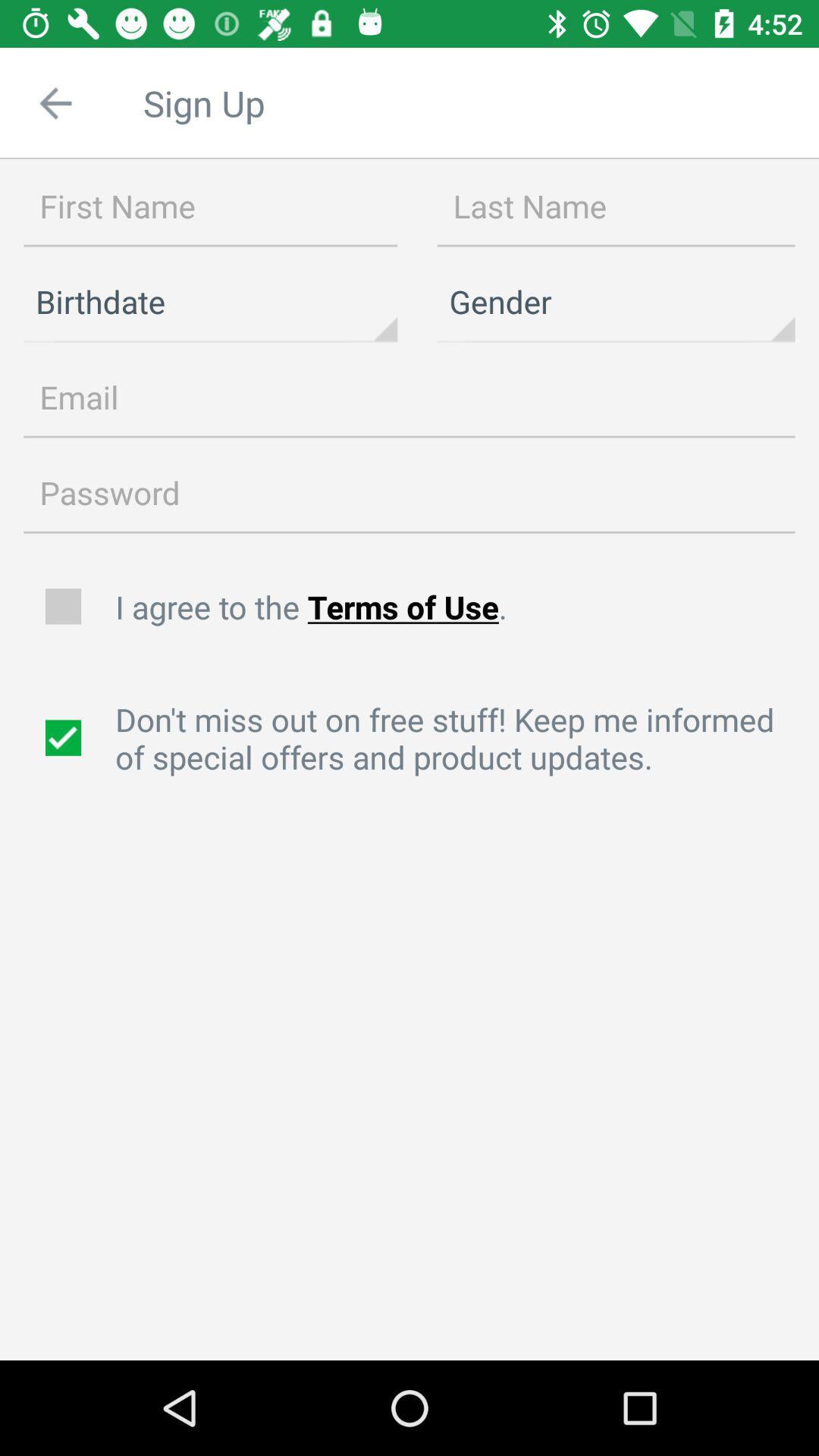 The image size is (819, 1456). I want to click on the item above the birthdate item, so click(210, 206).